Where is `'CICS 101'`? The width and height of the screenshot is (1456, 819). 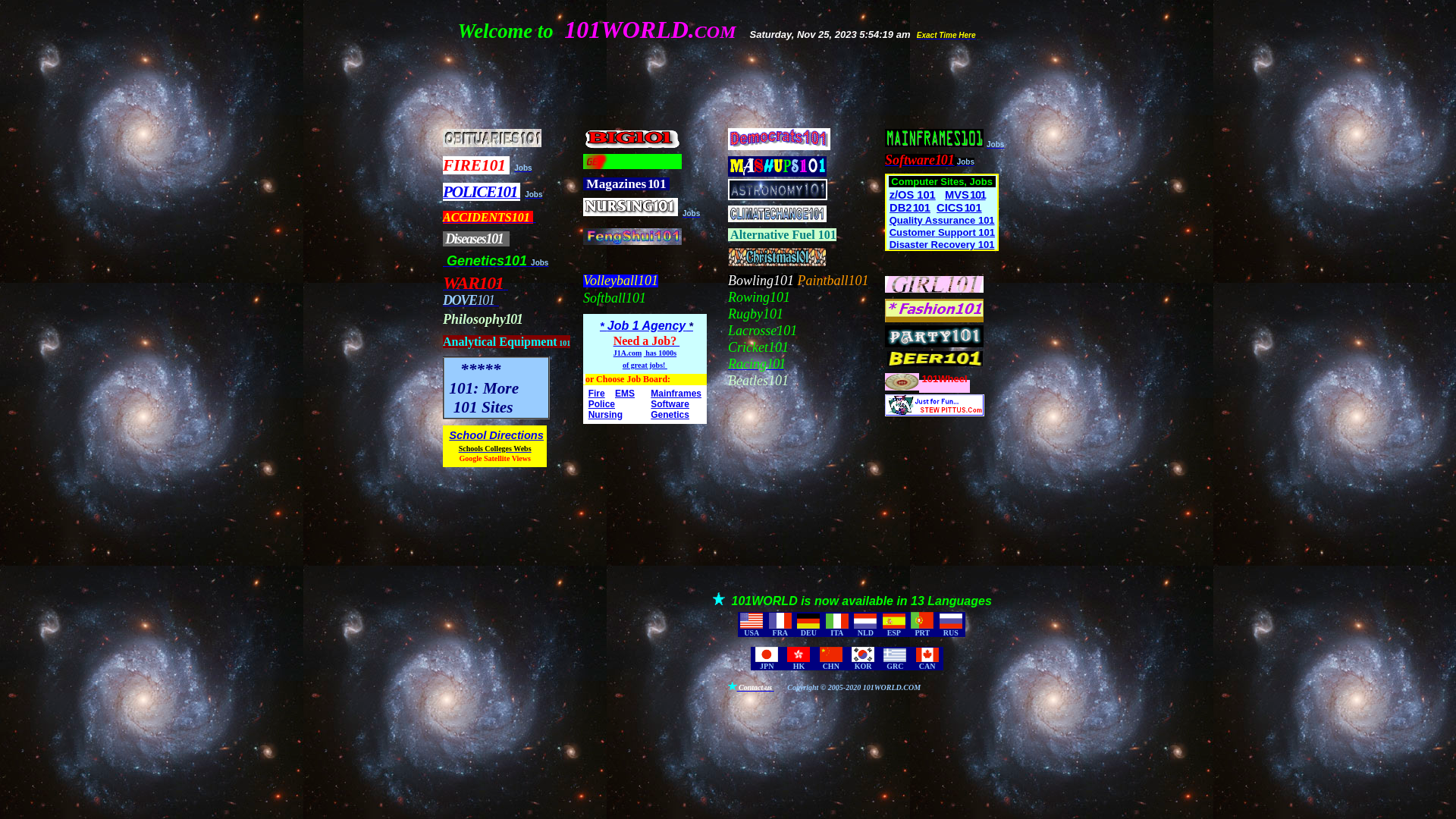 'CICS 101' is located at coordinates (935, 207).